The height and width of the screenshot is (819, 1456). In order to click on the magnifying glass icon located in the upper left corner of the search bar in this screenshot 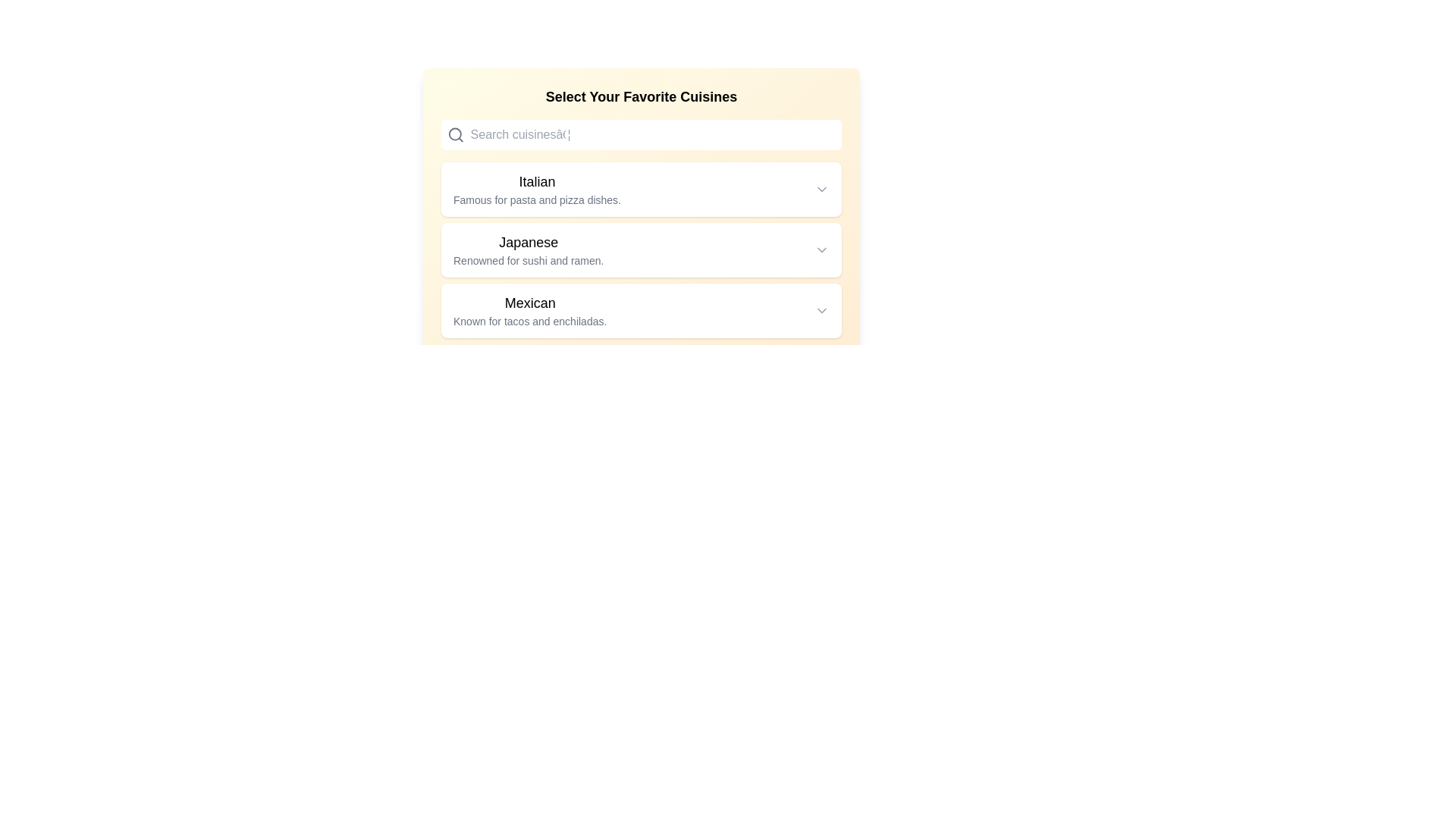, I will do `click(455, 133)`.